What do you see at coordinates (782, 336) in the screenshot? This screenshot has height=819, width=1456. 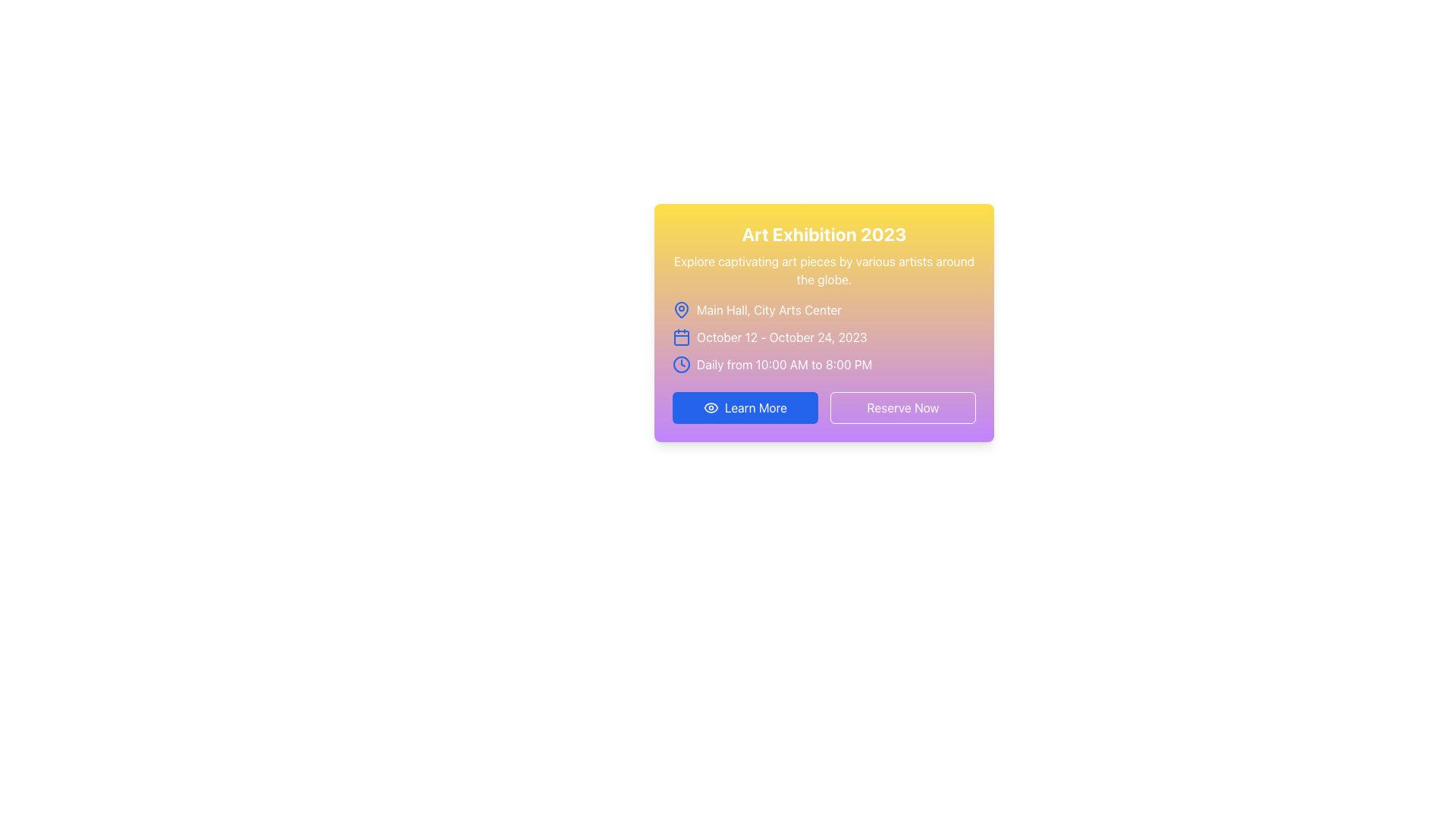 I see `dates displayed in the text element that shows 'October 12 - October 24, 2023', which is styled in white font color and slightly bold, located within a card layout beneath the event location information` at bounding box center [782, 336].